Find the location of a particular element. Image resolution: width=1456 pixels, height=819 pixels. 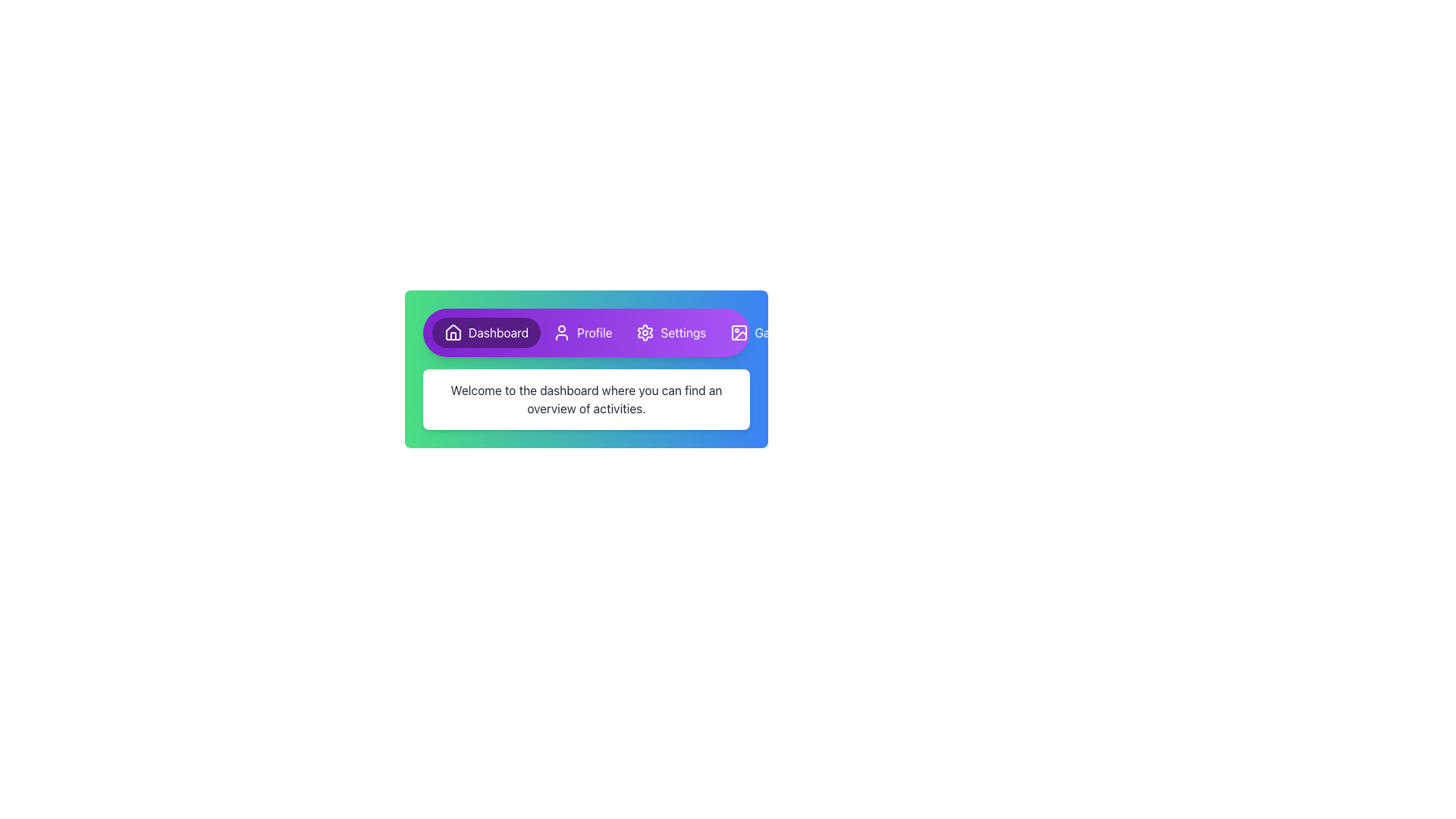

the Text Label located in the top-left corner of the navbar, adjacent to the house icon is located at coordinates (498, 332).